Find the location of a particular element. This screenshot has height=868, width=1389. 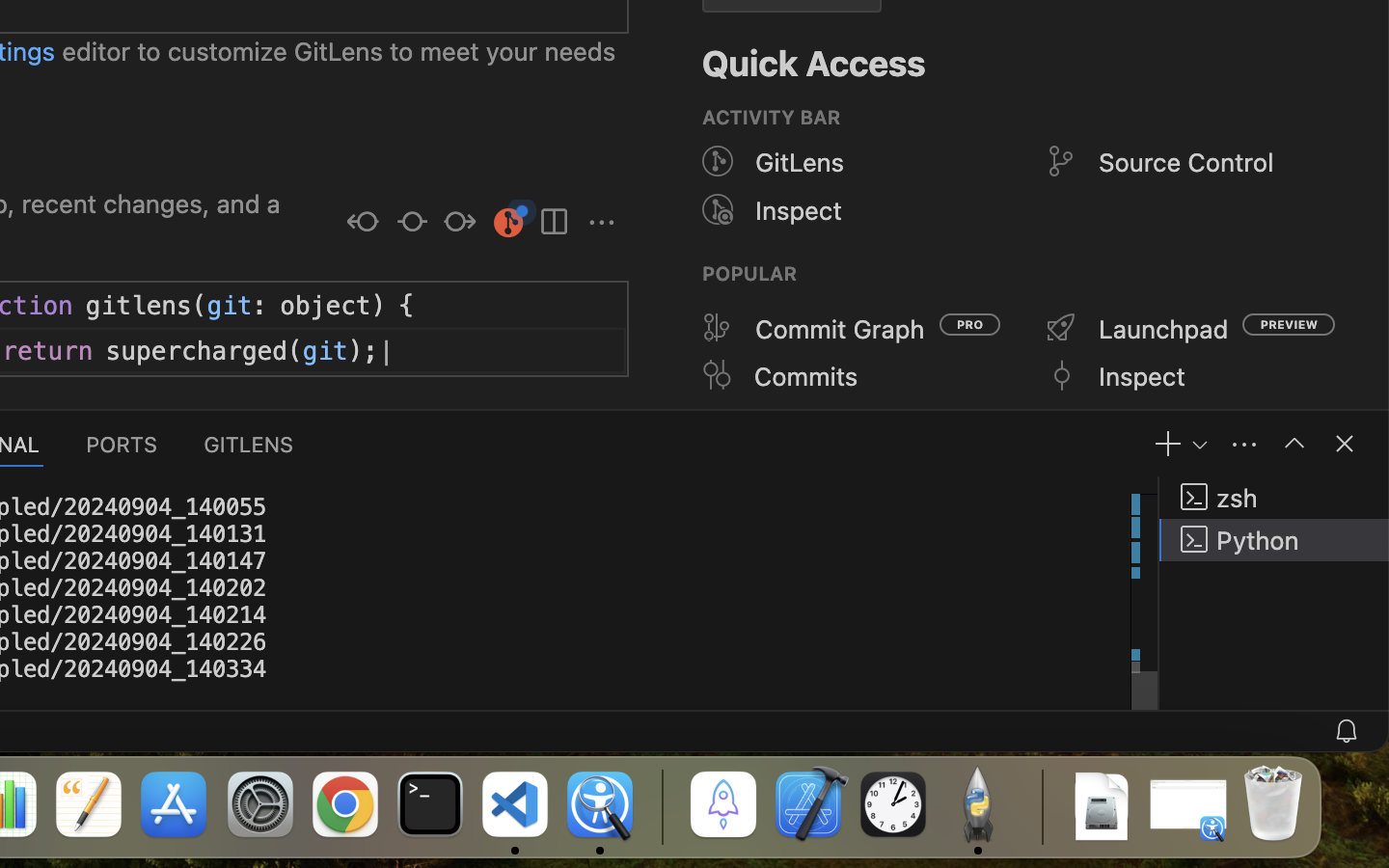

'' is located at coordinates (553, 223).